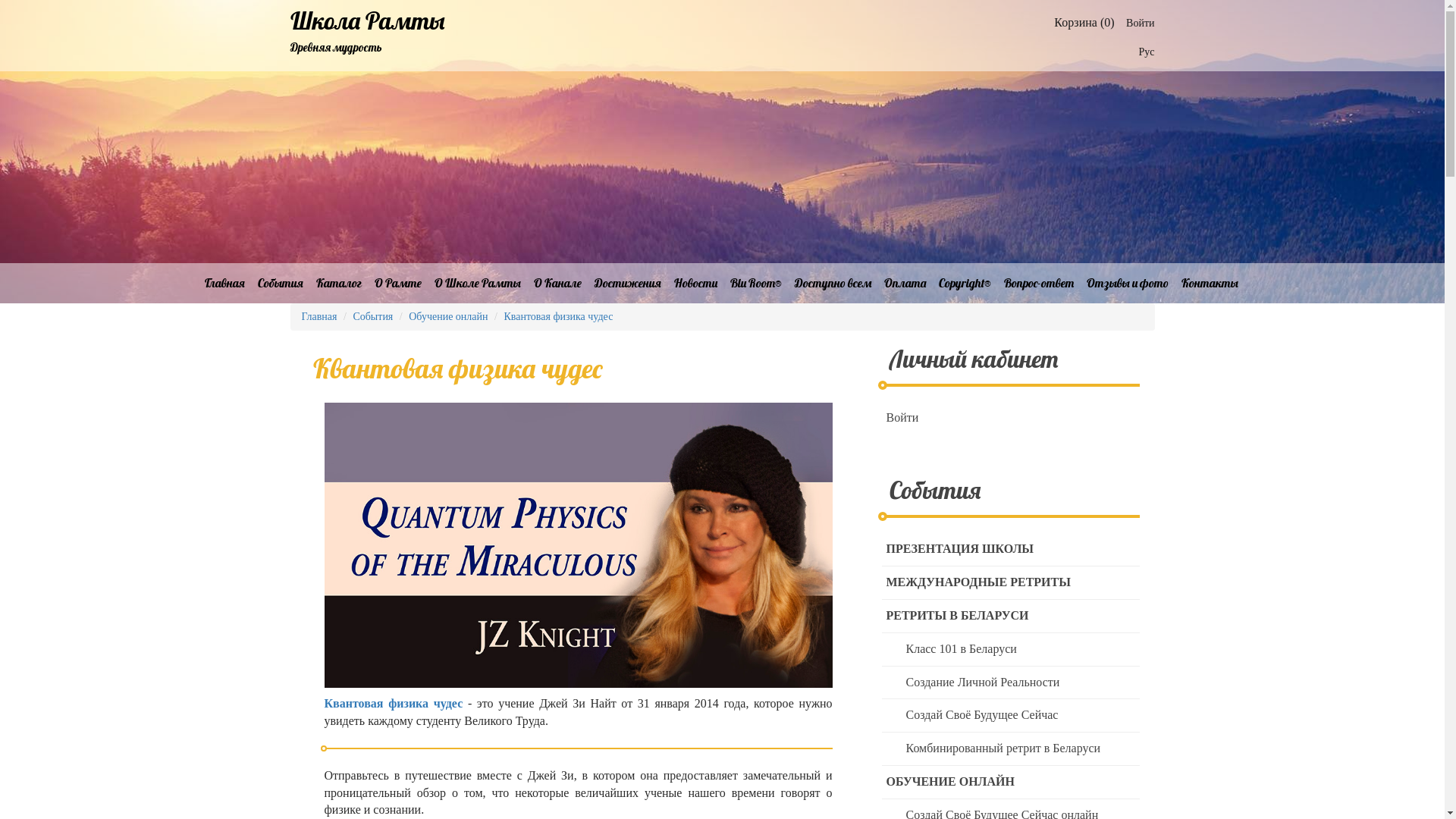  I want to click on 'Skip to content', so click(0, 0).